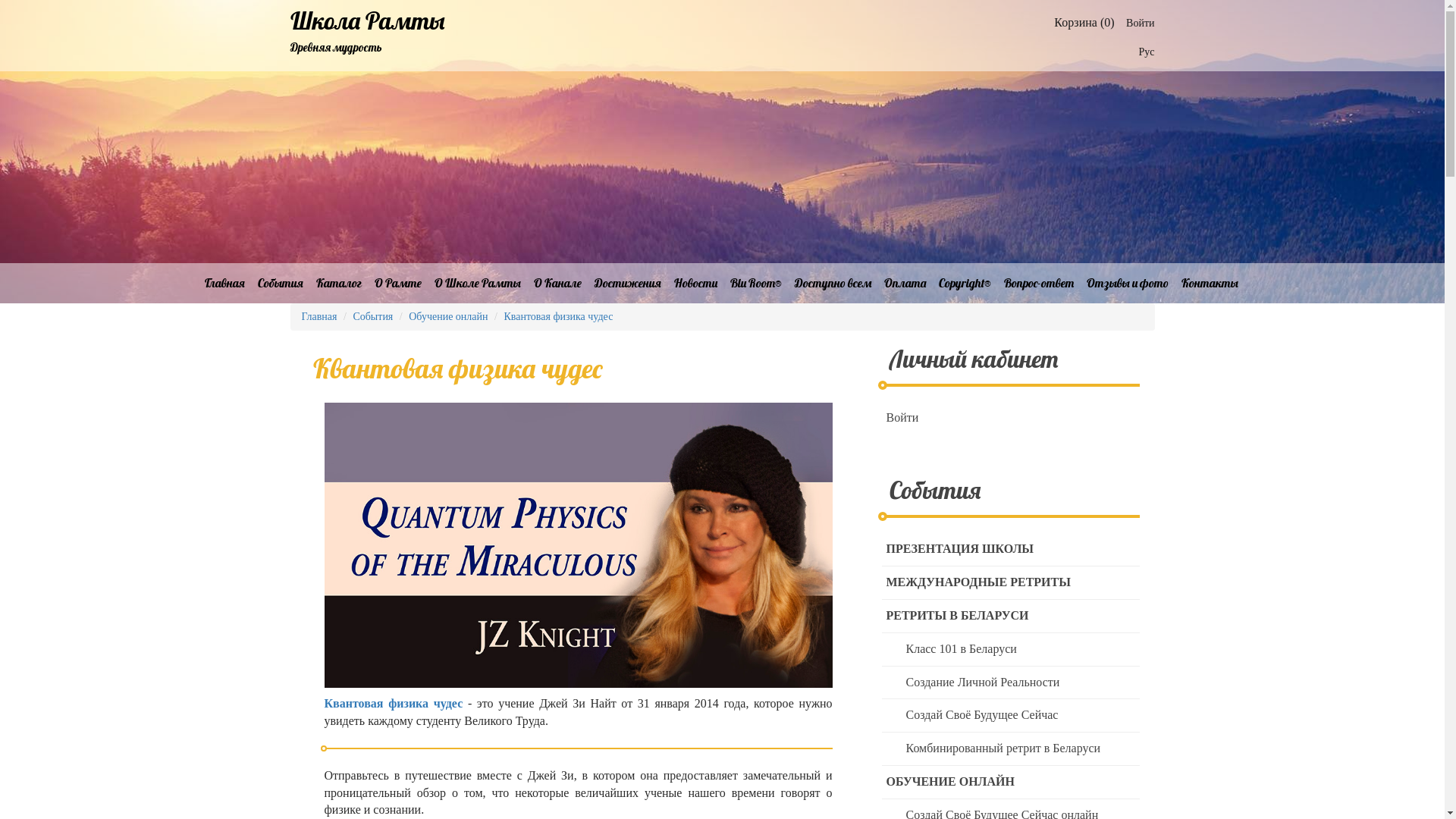  I want to click on 'Skip to content', so click(0, 0).